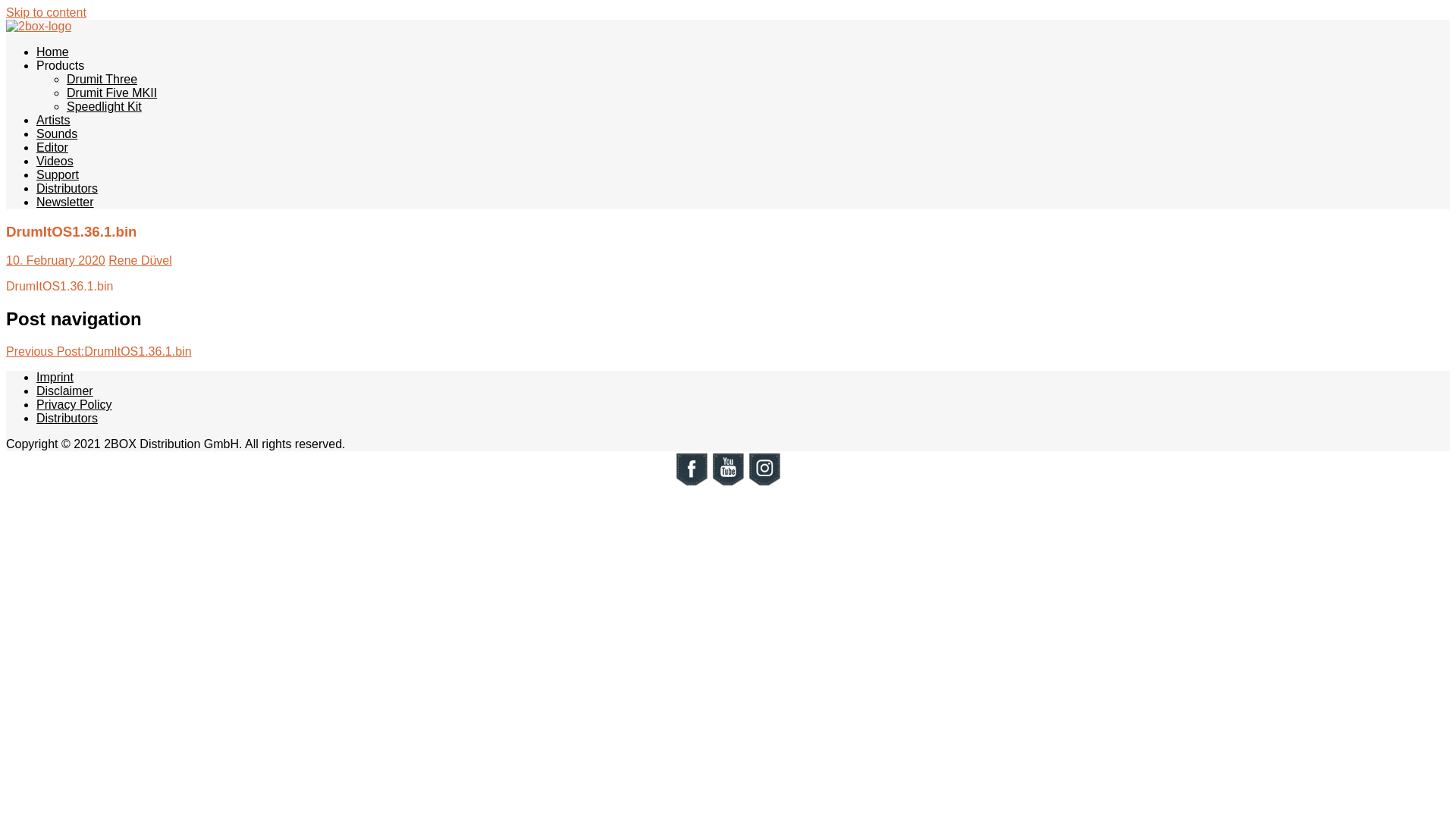 Image resolution: width=1456 pixels, height=819 pixels. I want to click on 'Privacy Policy', so click(36, 403).